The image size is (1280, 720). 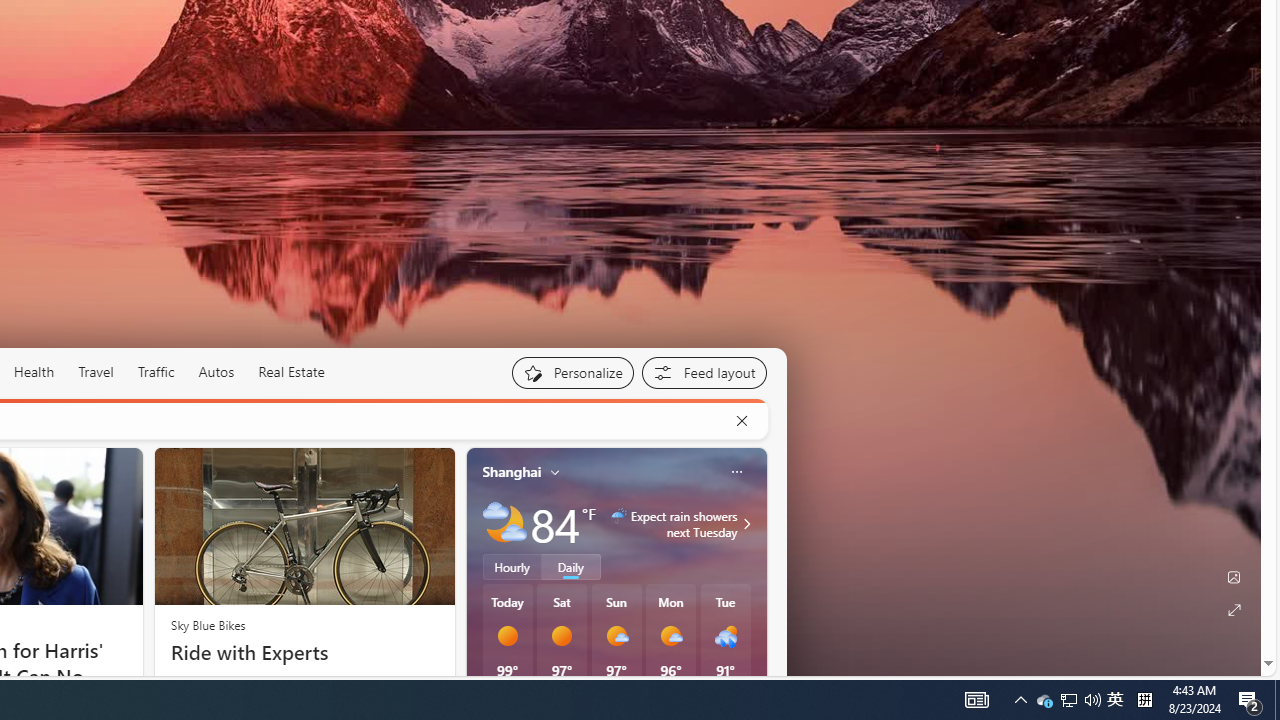 I want to click on 'Traffic', so click(x=154, y=371).